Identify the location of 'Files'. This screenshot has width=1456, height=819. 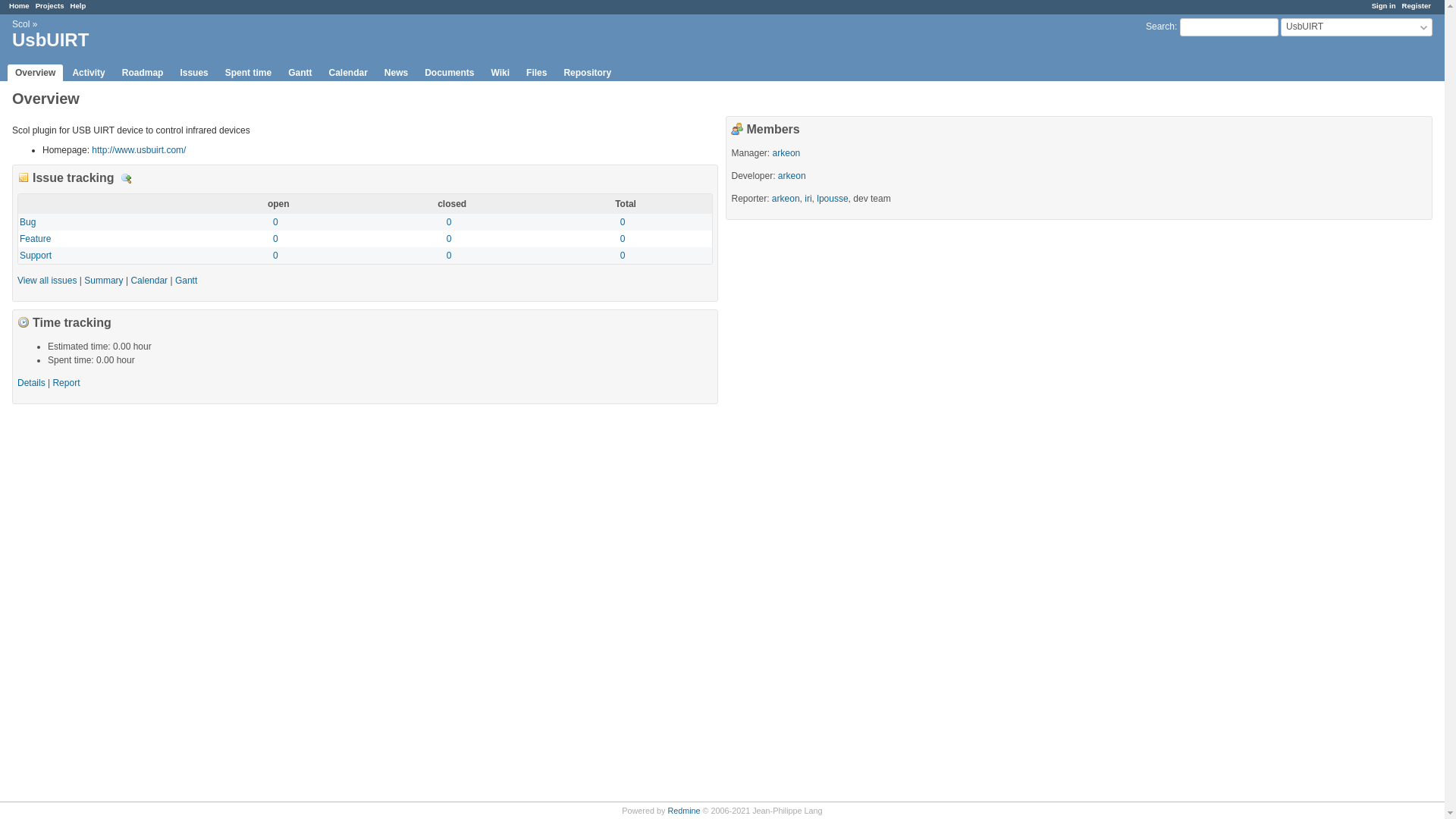
(536, 73).